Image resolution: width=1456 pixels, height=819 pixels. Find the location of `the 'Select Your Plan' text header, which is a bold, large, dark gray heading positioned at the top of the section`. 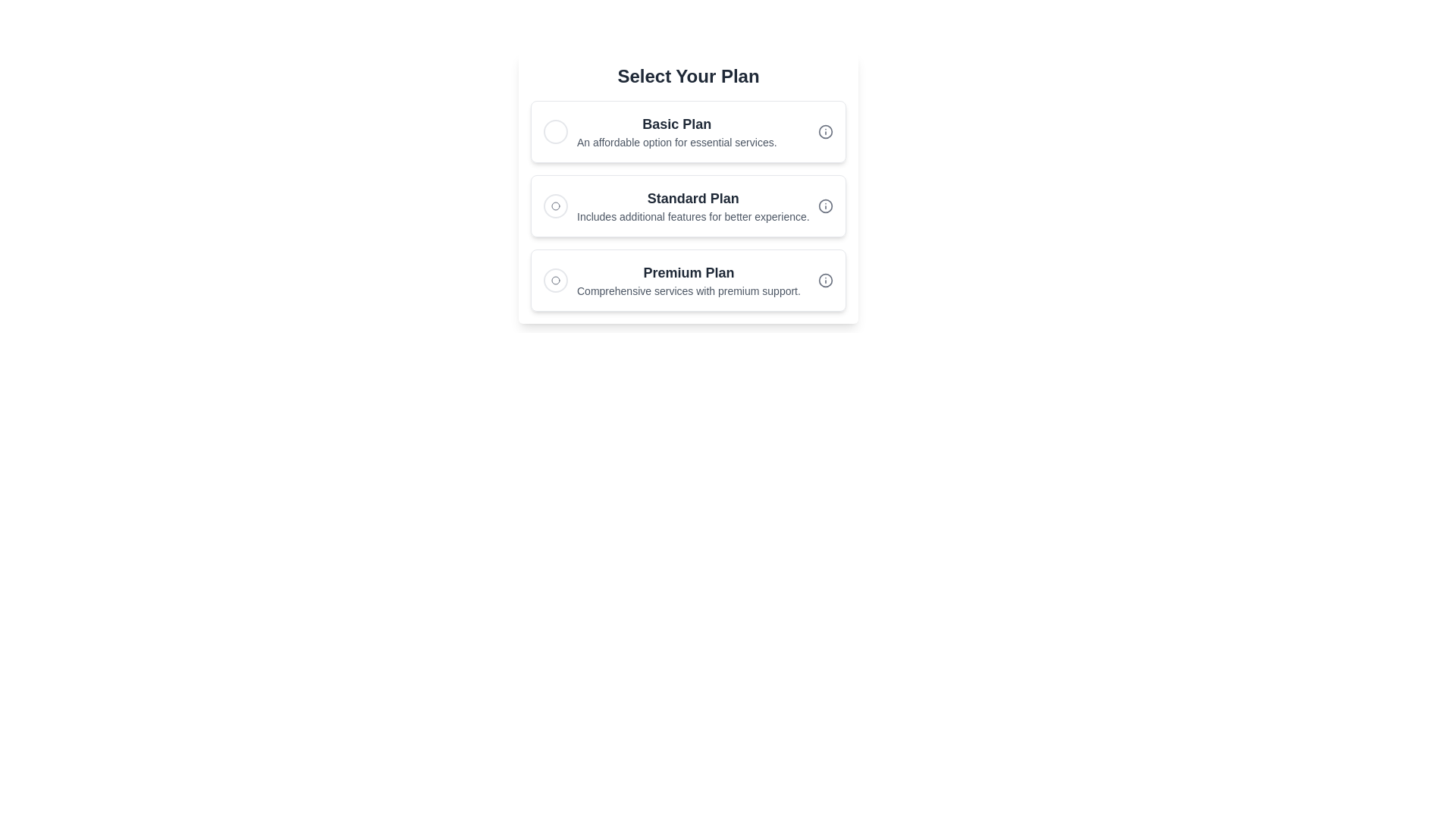

the 'Select Your Plan' text header, which is a bold, large, dark gray heading positioned at the top of the section is located at coordinates (687, 76).